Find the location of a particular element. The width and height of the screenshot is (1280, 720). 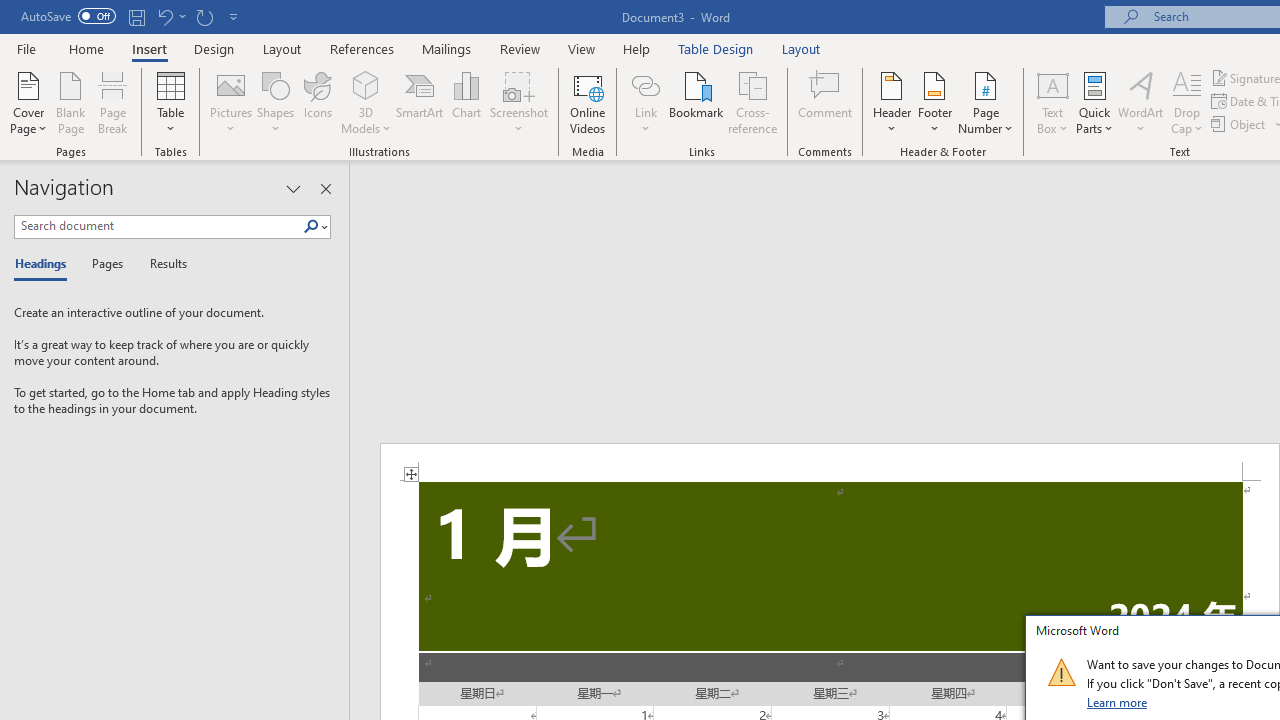

'Results' is located at coordinates (161, 264).